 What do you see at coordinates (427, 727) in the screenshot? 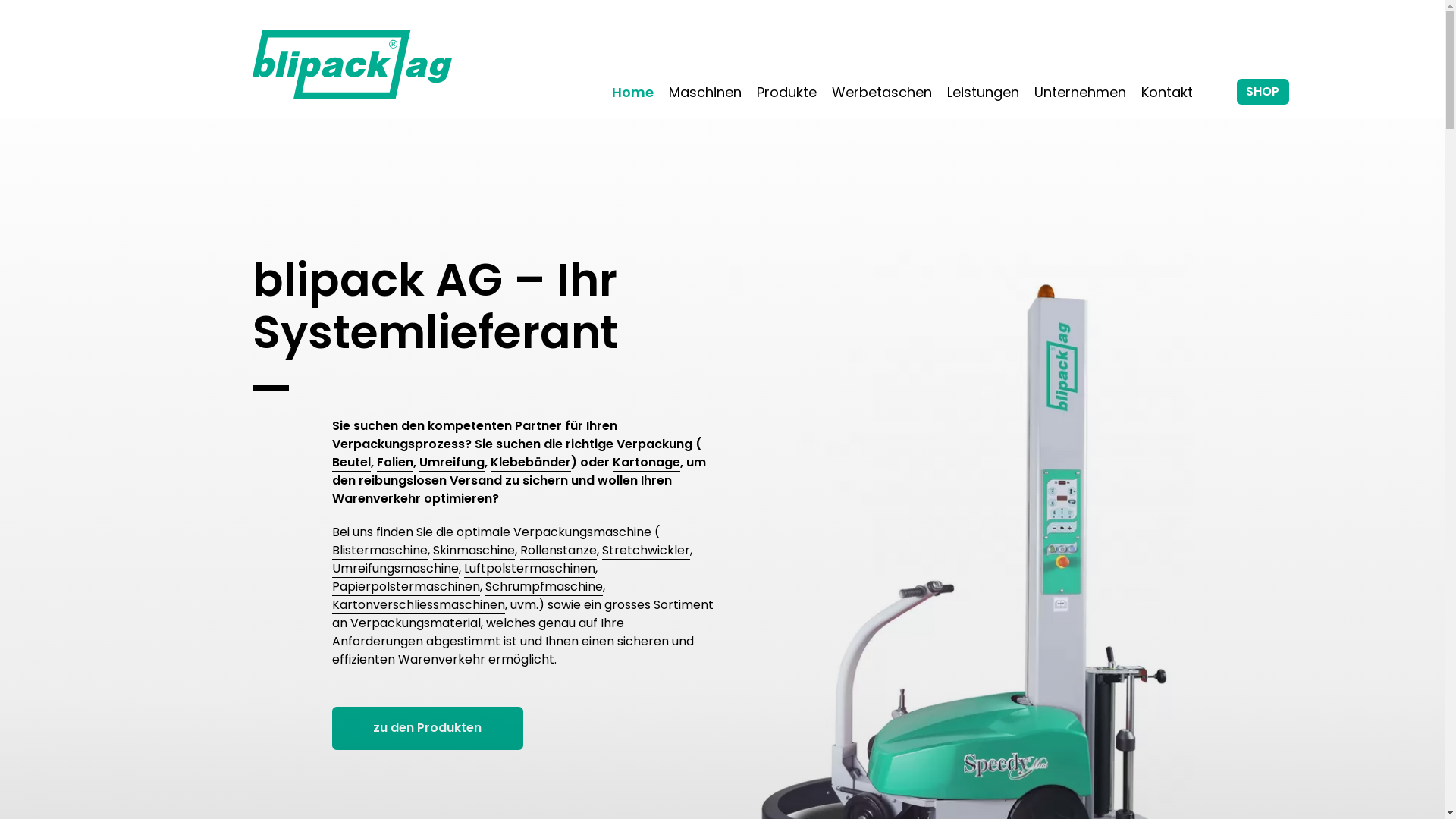
I see `'zu den Produkten'` at bounding box center [427, 727].